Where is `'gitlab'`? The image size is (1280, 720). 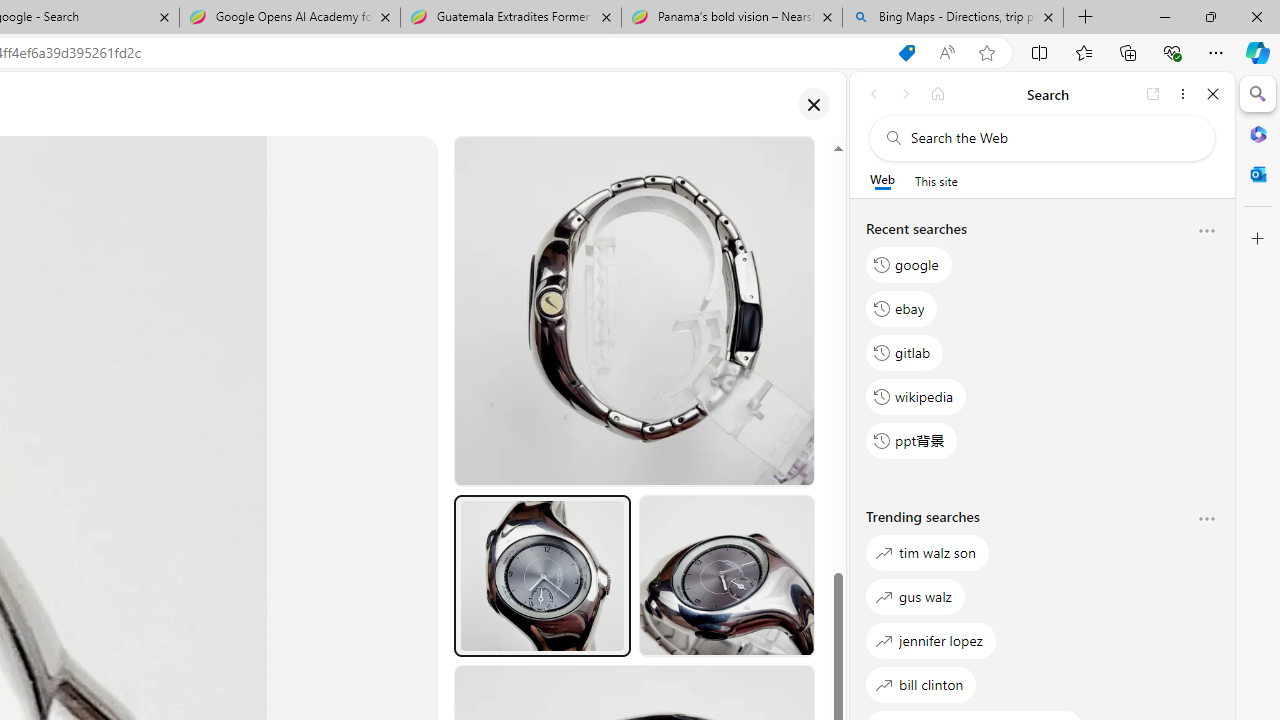 'gitlab' is located at coordinates (904, 351).